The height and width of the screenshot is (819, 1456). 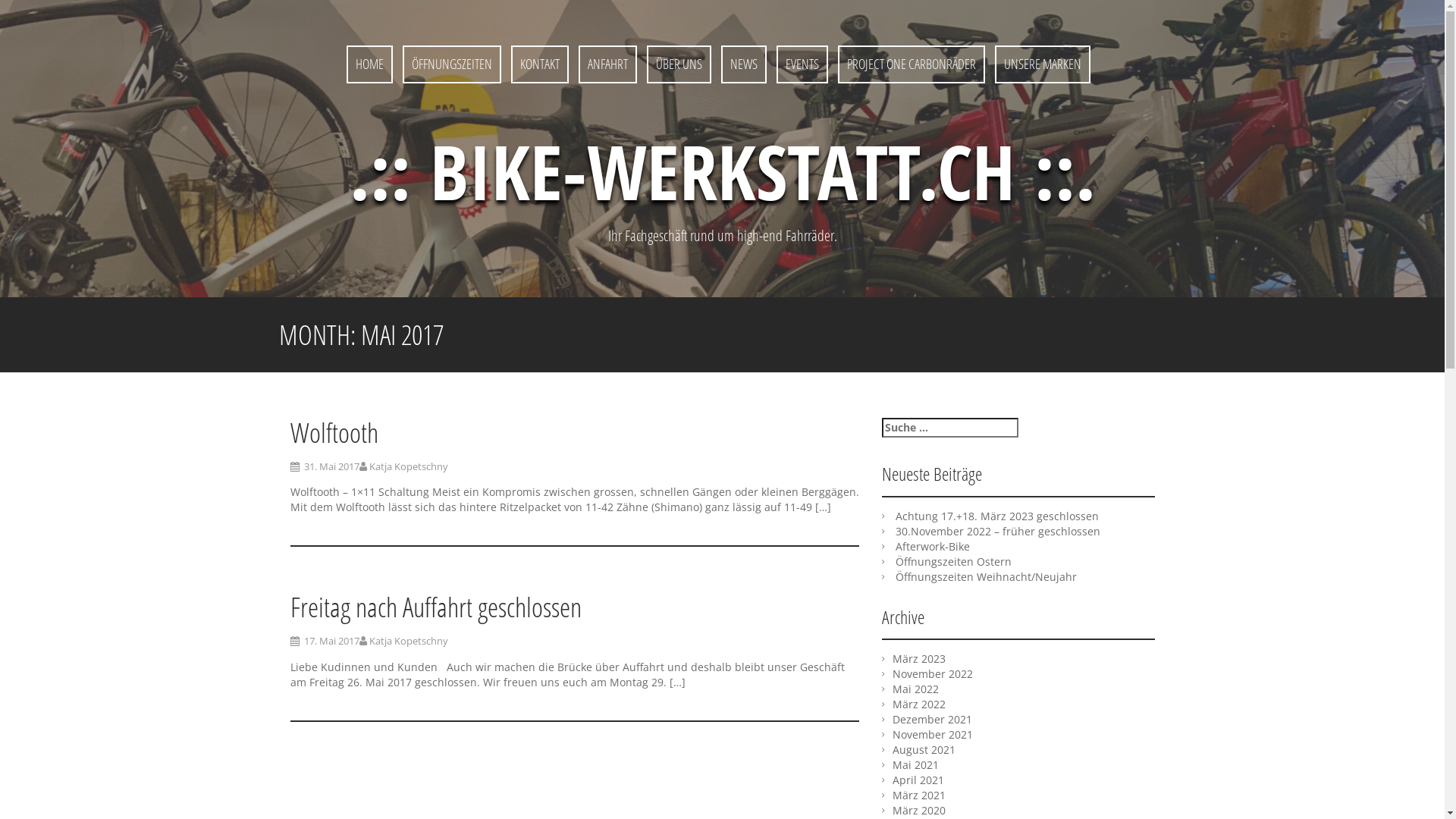 I want to click on 'April 2021', so click(x=916, y=780).